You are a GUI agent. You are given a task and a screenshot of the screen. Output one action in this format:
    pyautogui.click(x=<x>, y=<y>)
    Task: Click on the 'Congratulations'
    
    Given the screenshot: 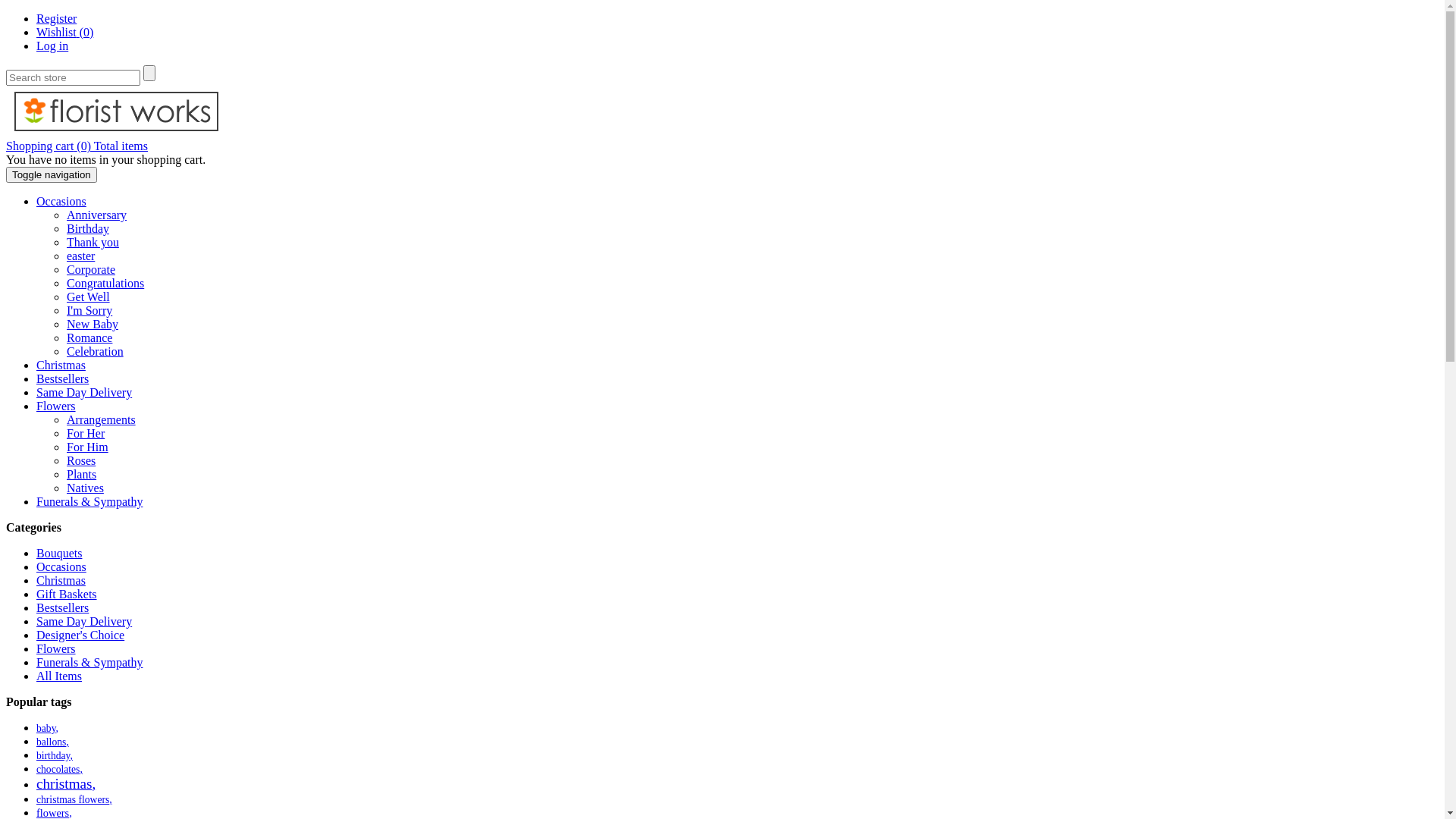 What is the action you would take?
    pyautogui.click(x=65, y=283)
    